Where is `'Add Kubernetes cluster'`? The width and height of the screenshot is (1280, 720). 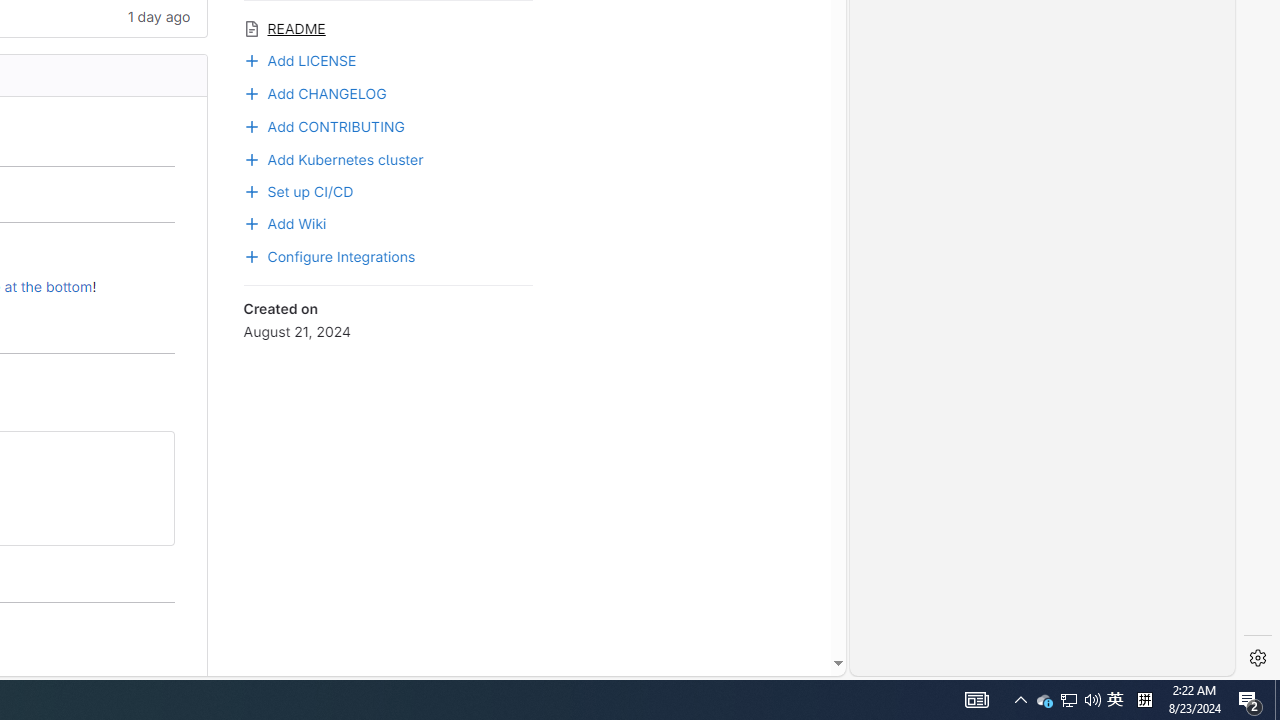
'Add Kubernetes cluster' is located at coordinates (387, 157).